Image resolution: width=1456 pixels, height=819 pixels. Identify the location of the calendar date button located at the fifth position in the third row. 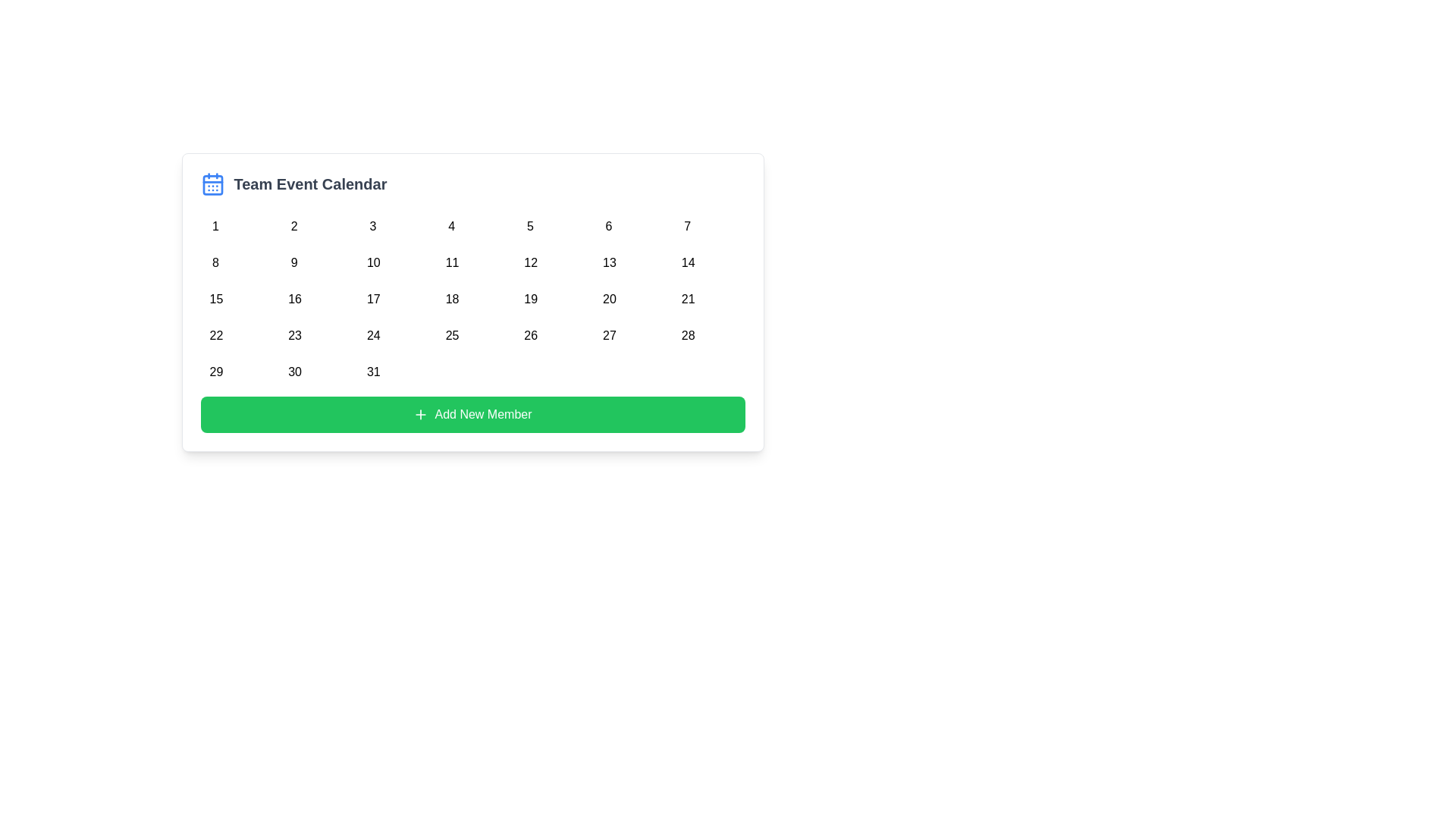
(530, 296).